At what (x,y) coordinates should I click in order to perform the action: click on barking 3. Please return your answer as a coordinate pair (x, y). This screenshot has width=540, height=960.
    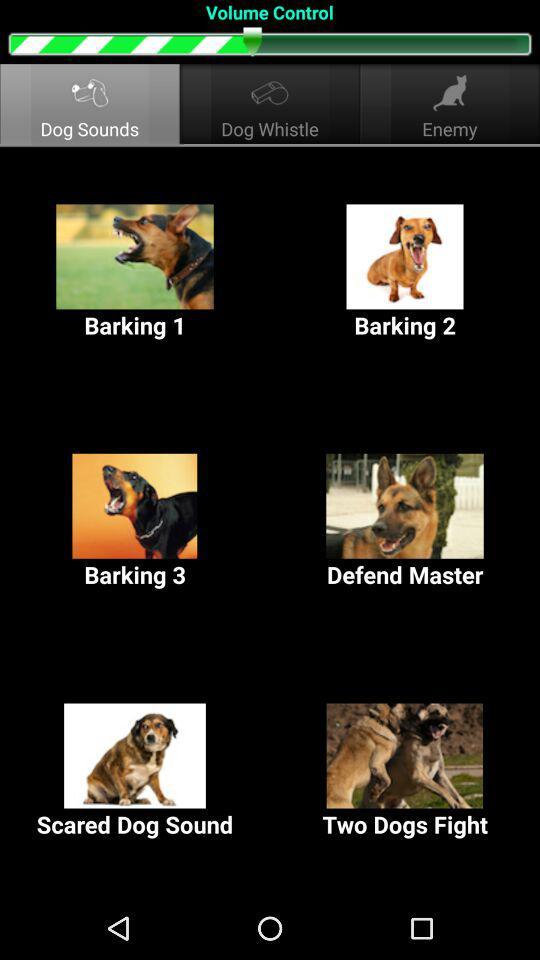
    Looking at the image, I should click on (135, 521).